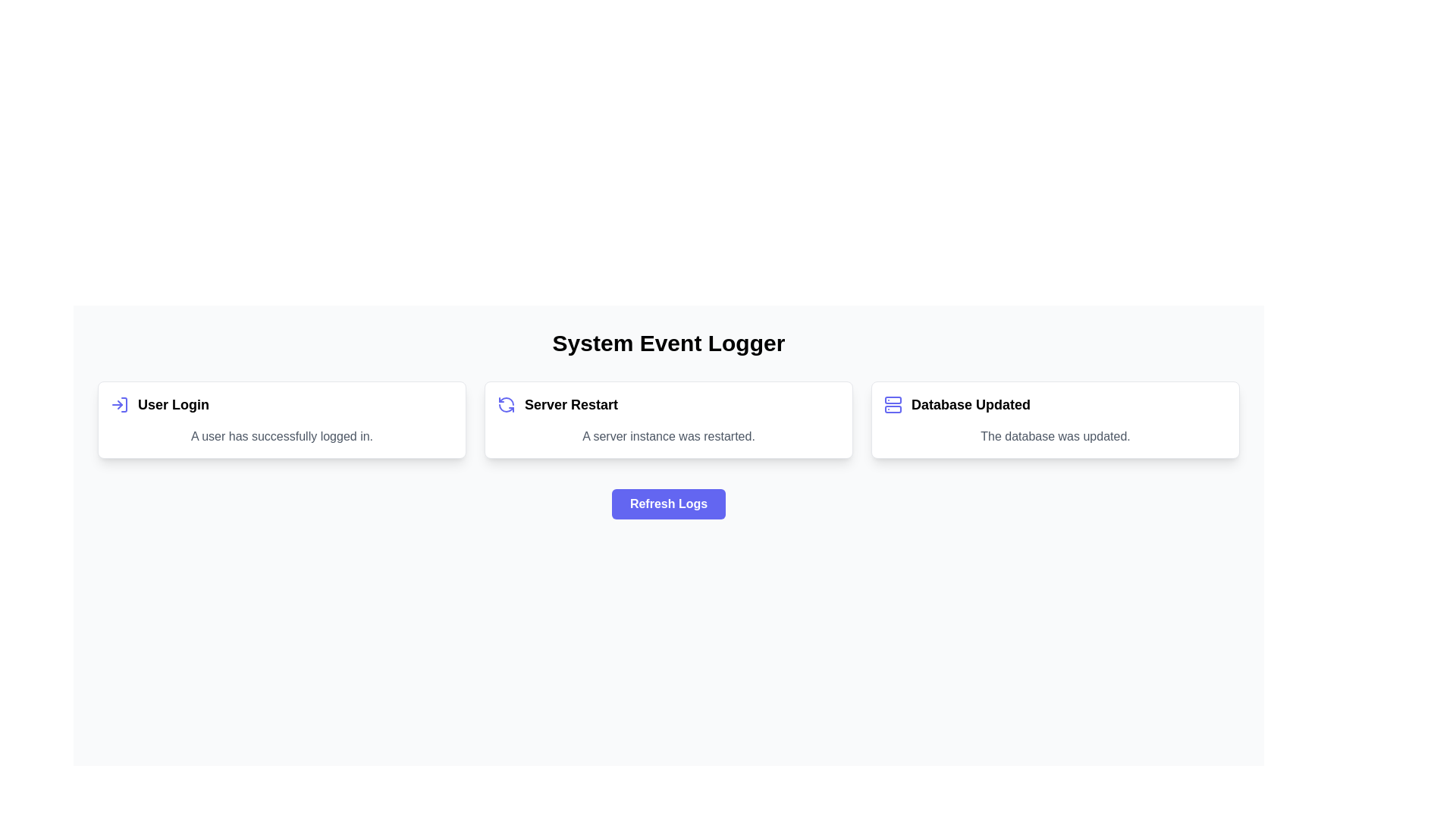 This screenshot has height=819, width=1456. What do you see at coordinates (668, 436) in the screenshot?
I see `the text label indicating that a server instance has recently been restarted, which is located in the second card under the title 'Server Restart'` at bounding box center [668, 436].